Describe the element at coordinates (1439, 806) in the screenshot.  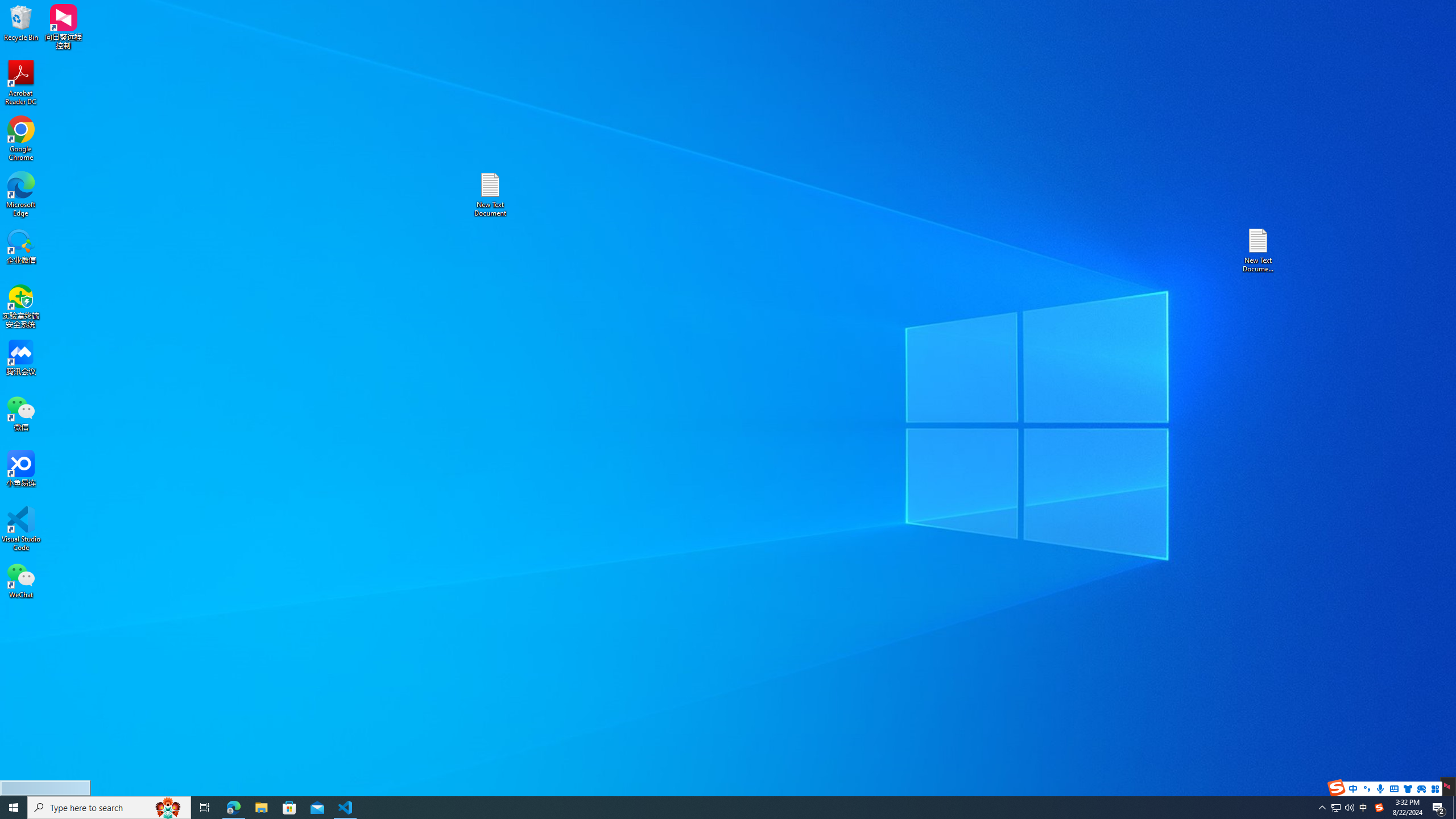
I see `'Action Center, 2 new notifications'` at that location.